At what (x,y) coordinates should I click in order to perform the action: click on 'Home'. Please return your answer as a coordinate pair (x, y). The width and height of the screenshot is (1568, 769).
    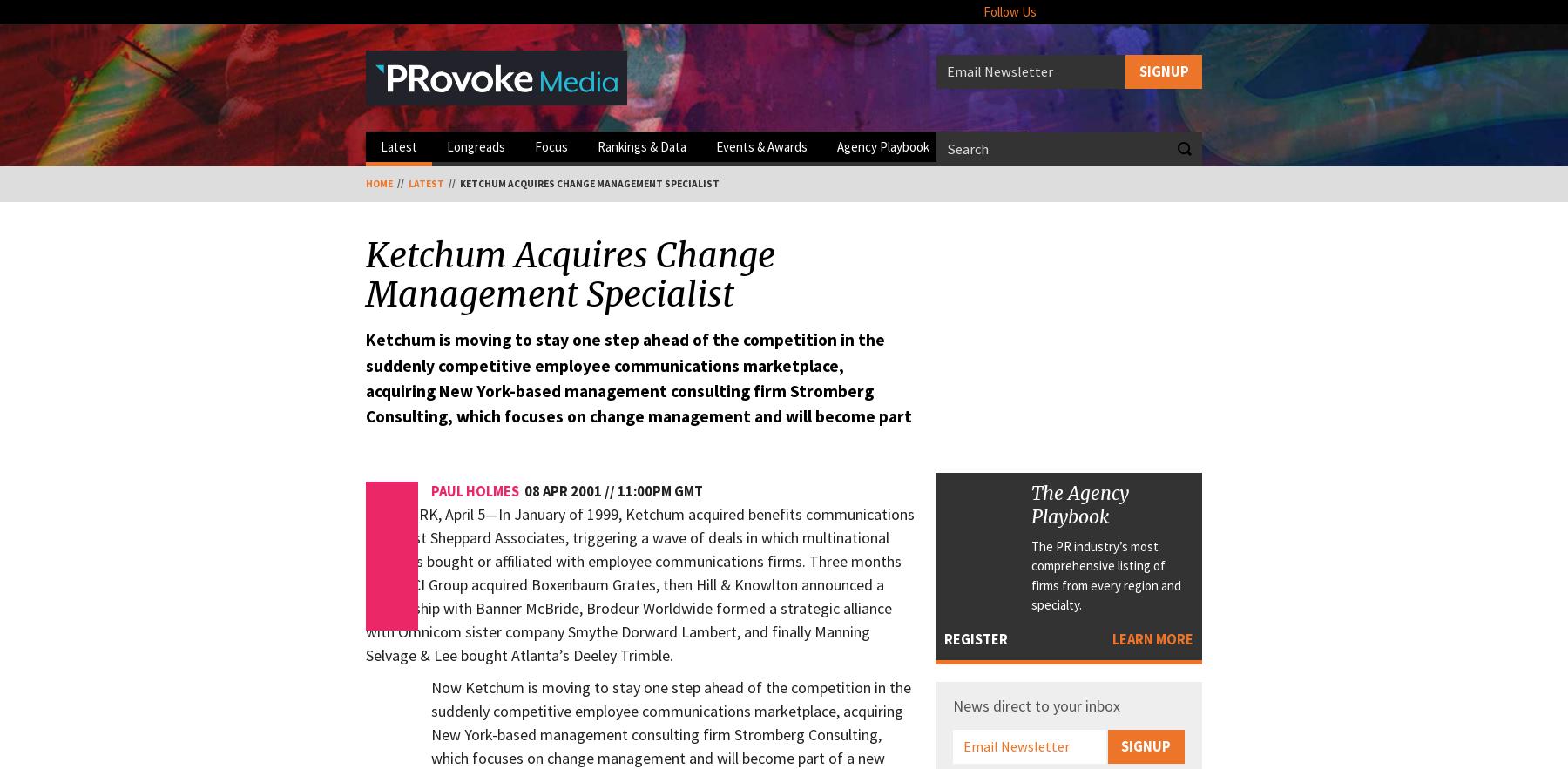
    Looking at the image, I should click on (379, 182).